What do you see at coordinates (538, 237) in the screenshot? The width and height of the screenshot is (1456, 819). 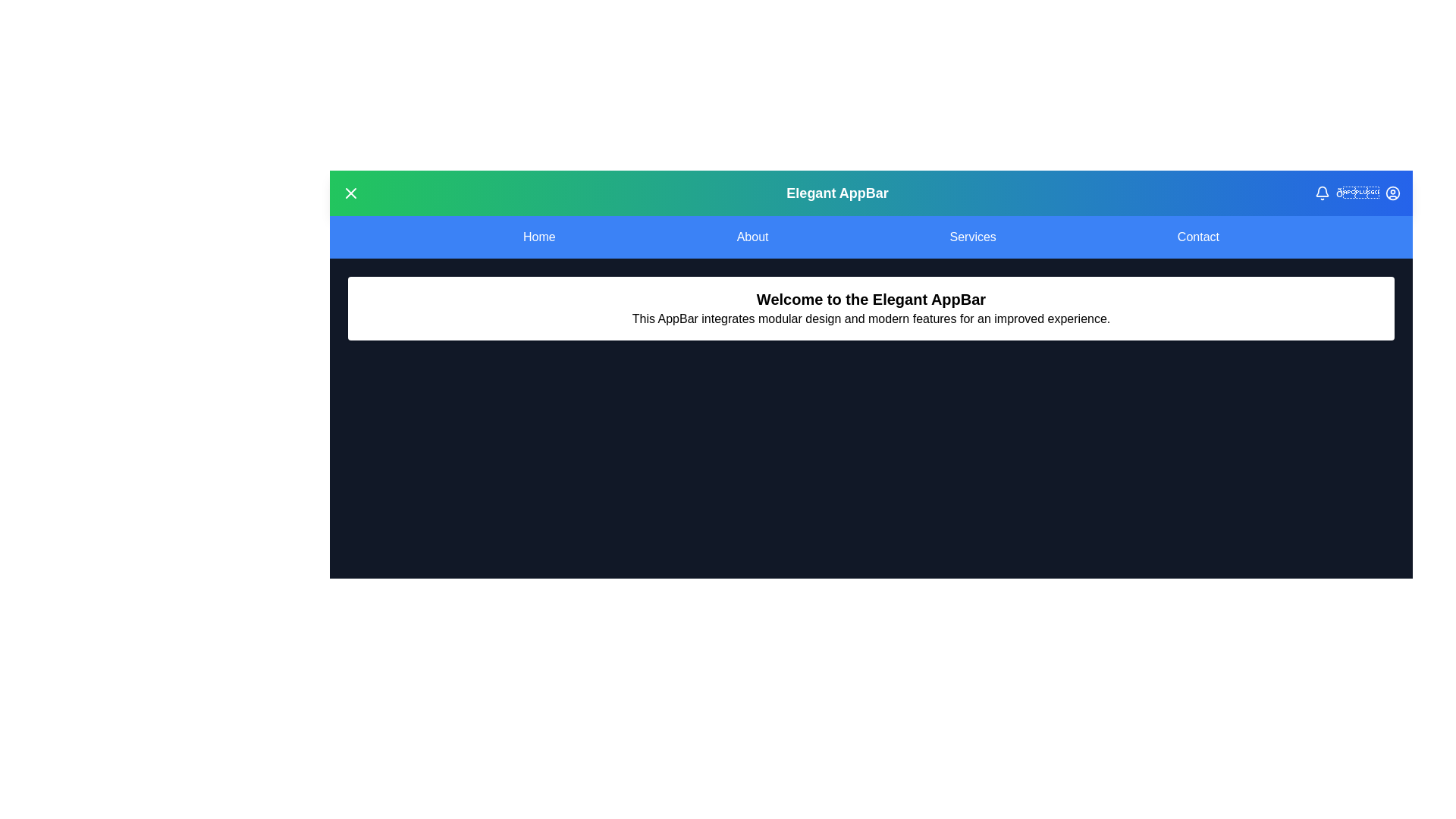 I see `the navigation button labeled Home to navigate to the corresponding section` at bounding box center [538, 237].